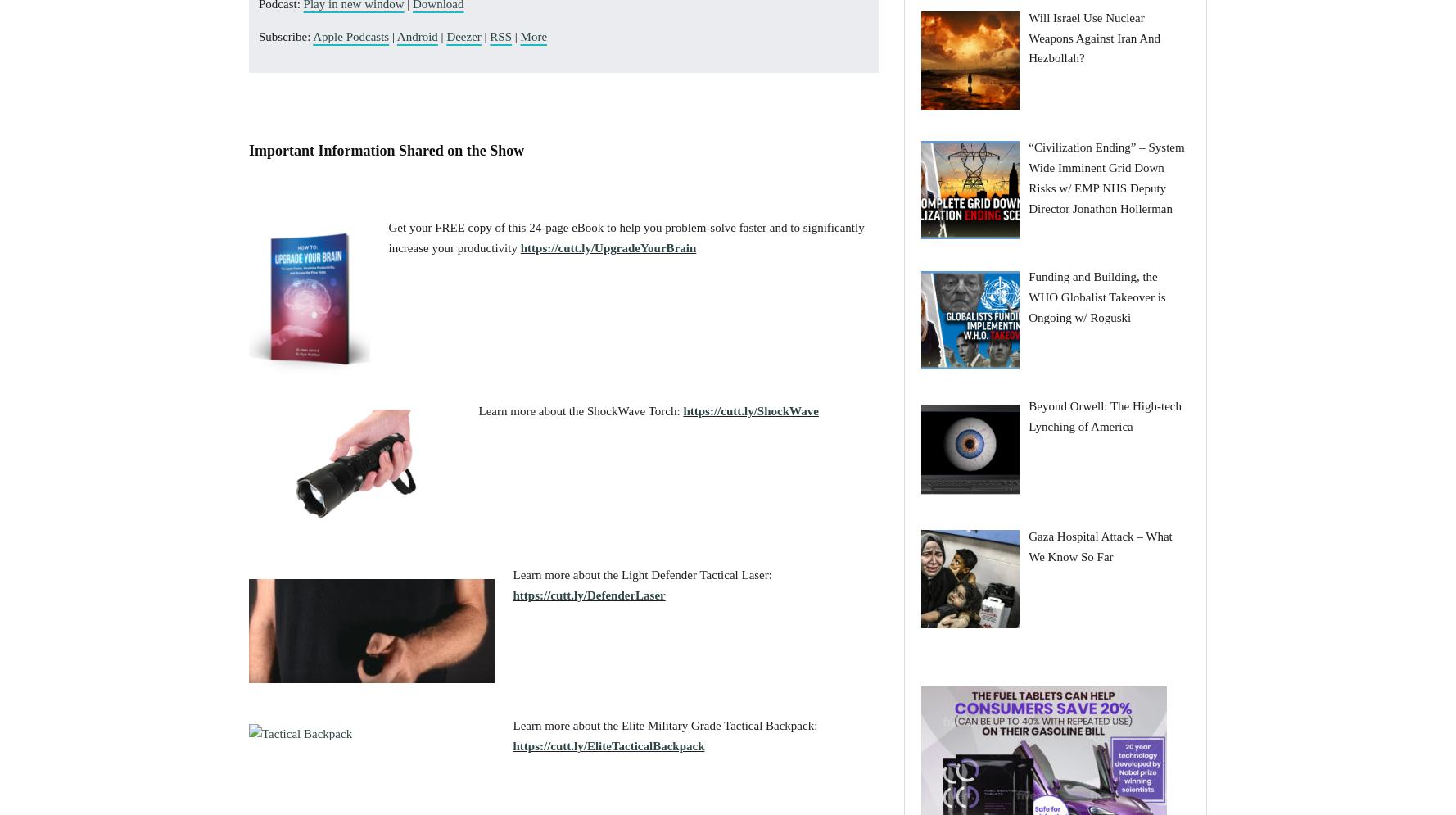  I want to click on 'Deezer', so click(463, 34).